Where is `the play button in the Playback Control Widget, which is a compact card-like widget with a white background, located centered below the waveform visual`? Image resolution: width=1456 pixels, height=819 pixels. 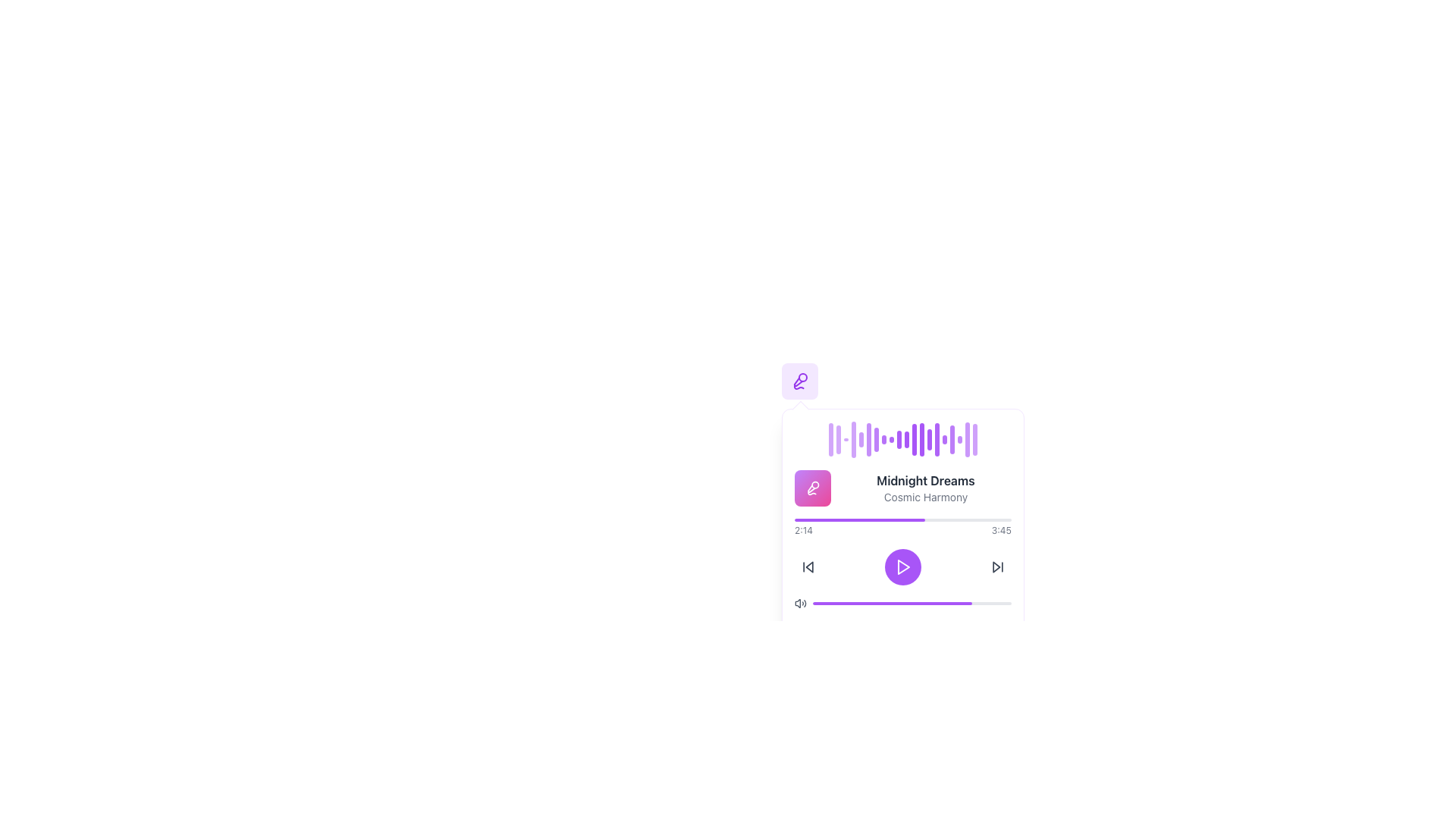 the play button in the Playback Control Widget, which is a compact card-like widget with a white background, located centered below the waveform visual is located at coordinates (902, 539).